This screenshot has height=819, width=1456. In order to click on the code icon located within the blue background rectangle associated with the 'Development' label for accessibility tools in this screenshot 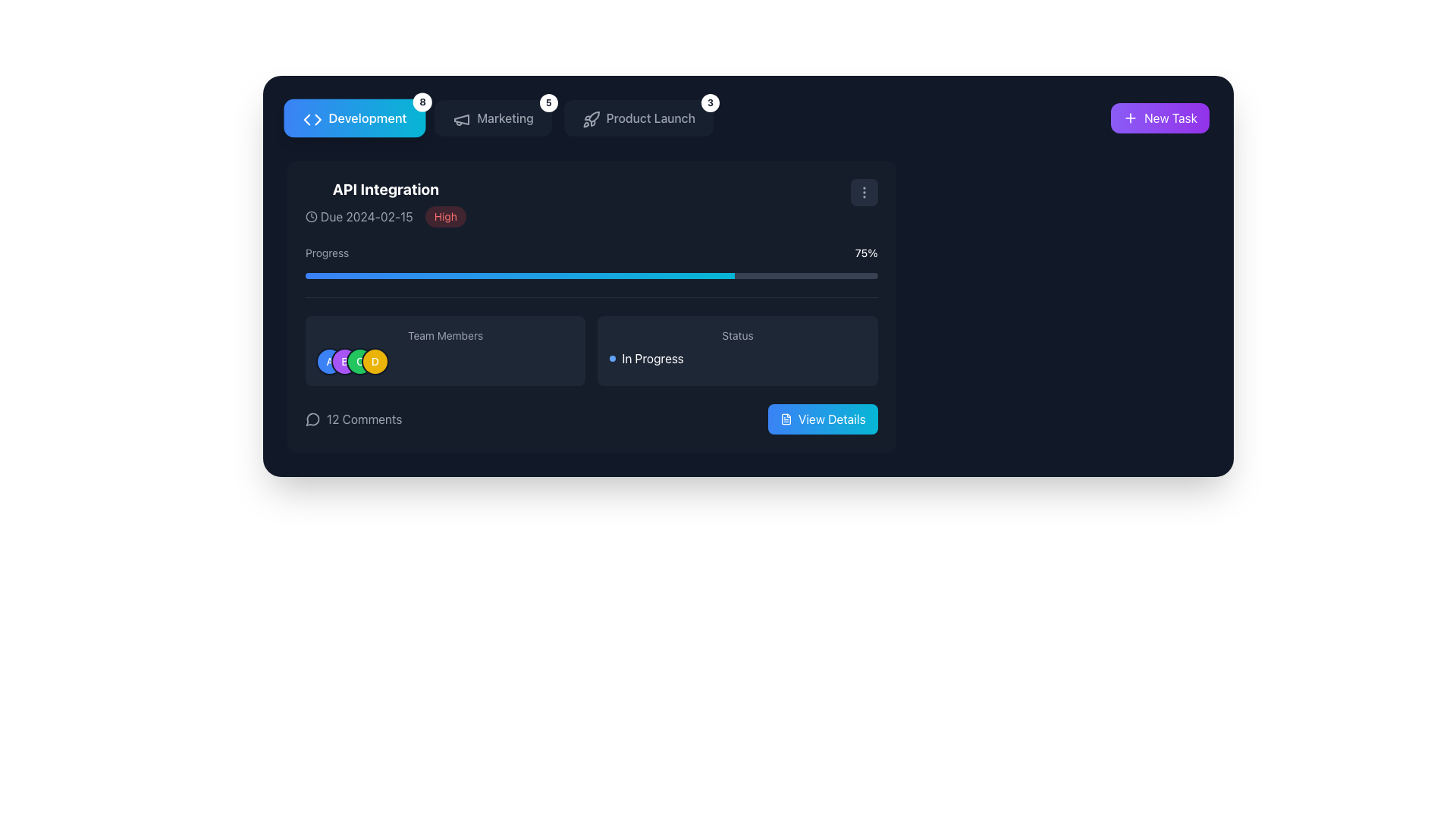, I will do `click(310, 117)`.